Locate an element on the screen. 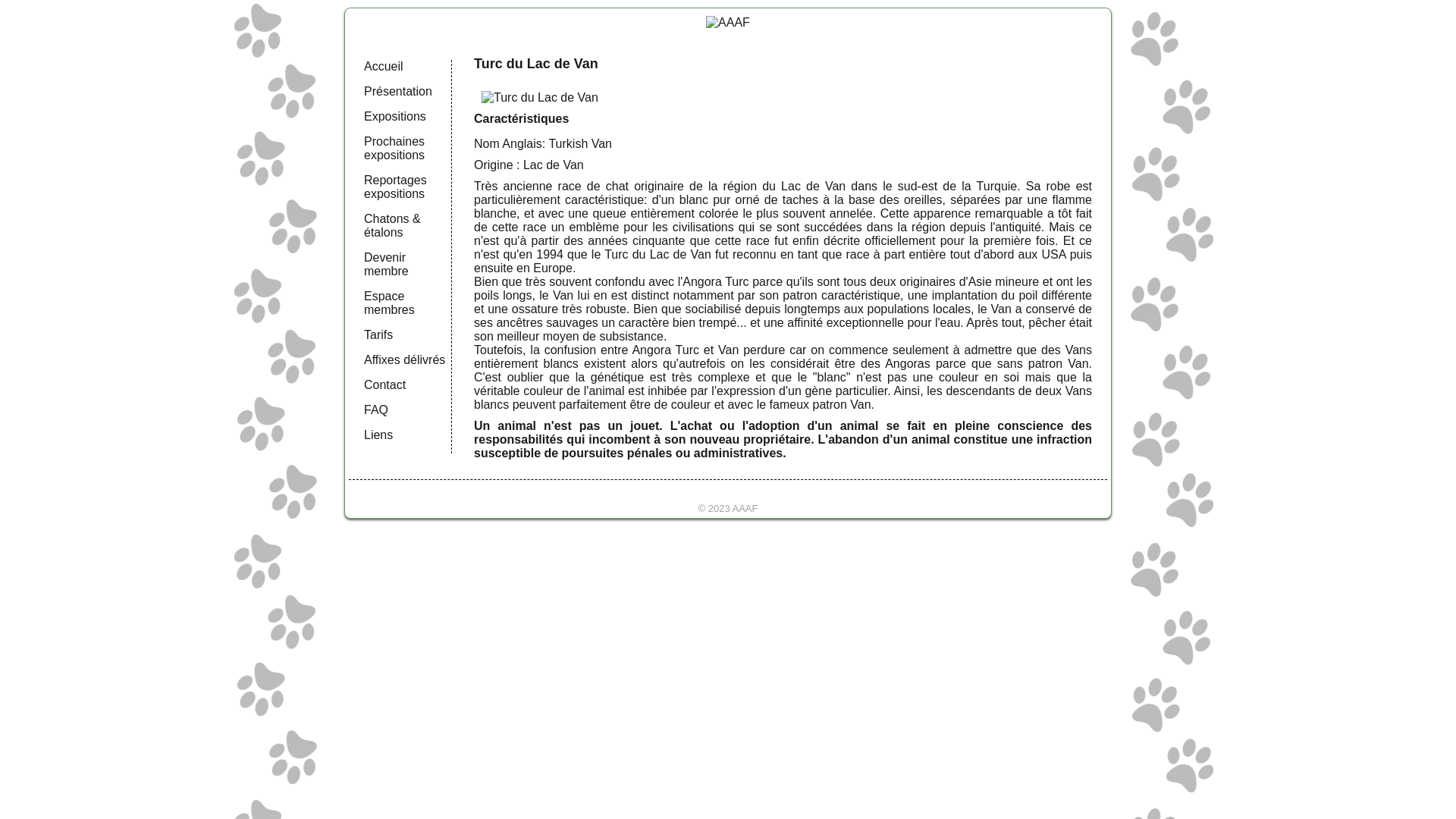 The height and width of the screenshot is (819, 1456). 'Tarifs' is located at coordinates (378, 334).